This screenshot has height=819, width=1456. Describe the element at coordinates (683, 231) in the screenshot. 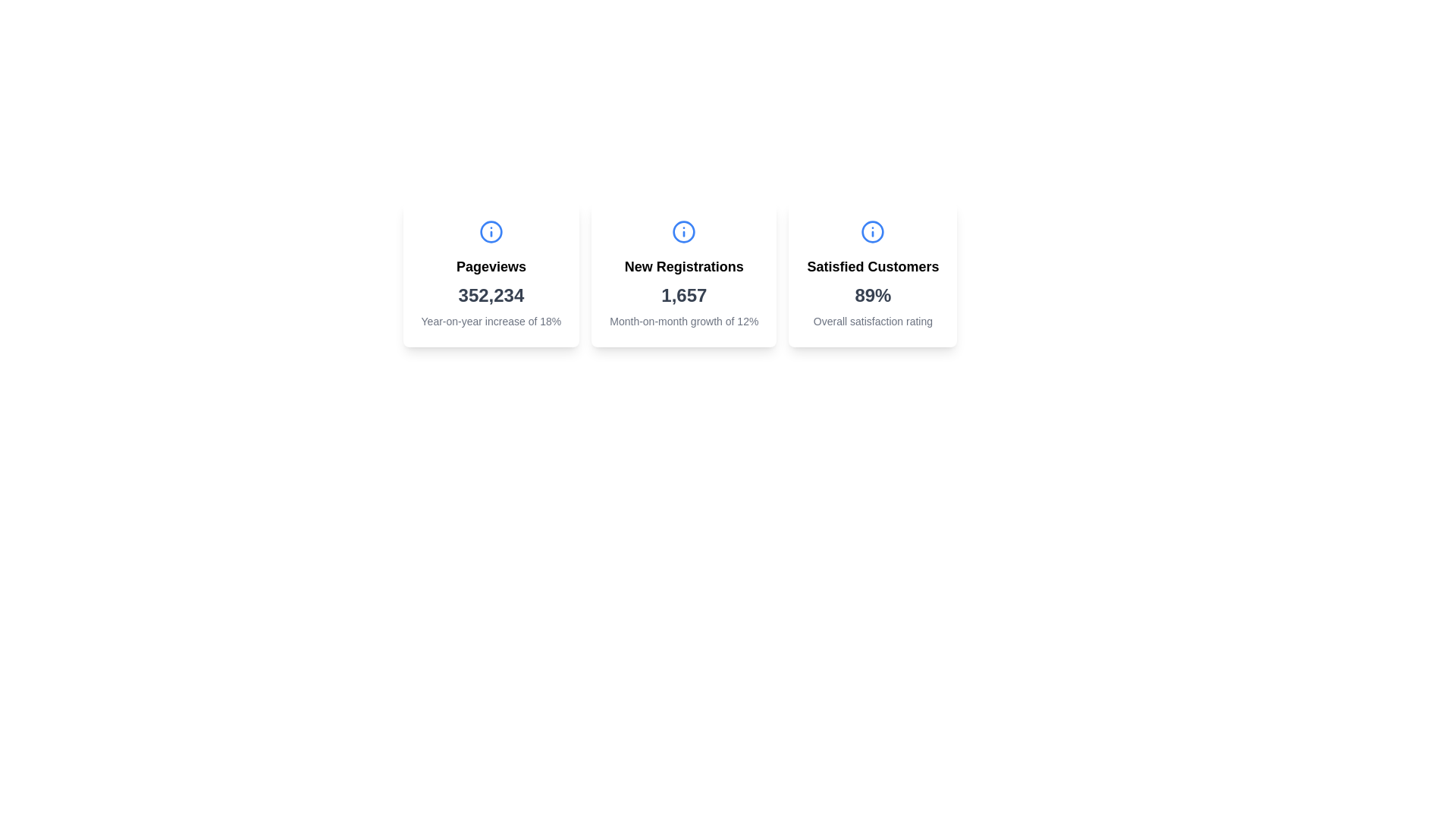

I see `the information icon, which is a blue circular icon with a lowercase 'i' centered above the 'New Registrations' heading in the card labeled 'New Registrations'` at that location.